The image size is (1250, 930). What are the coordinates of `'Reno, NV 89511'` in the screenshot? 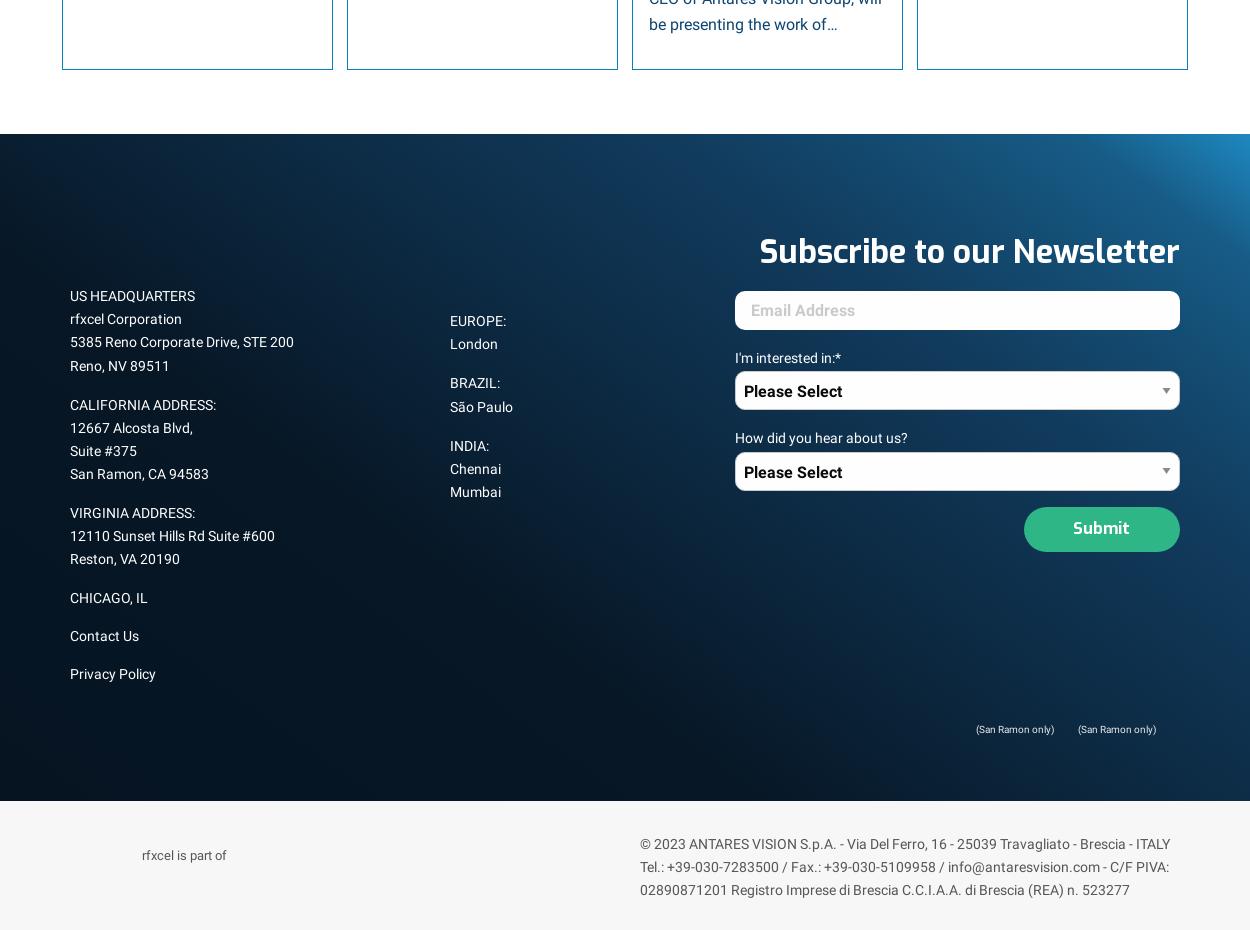 It's located at (119, 364).